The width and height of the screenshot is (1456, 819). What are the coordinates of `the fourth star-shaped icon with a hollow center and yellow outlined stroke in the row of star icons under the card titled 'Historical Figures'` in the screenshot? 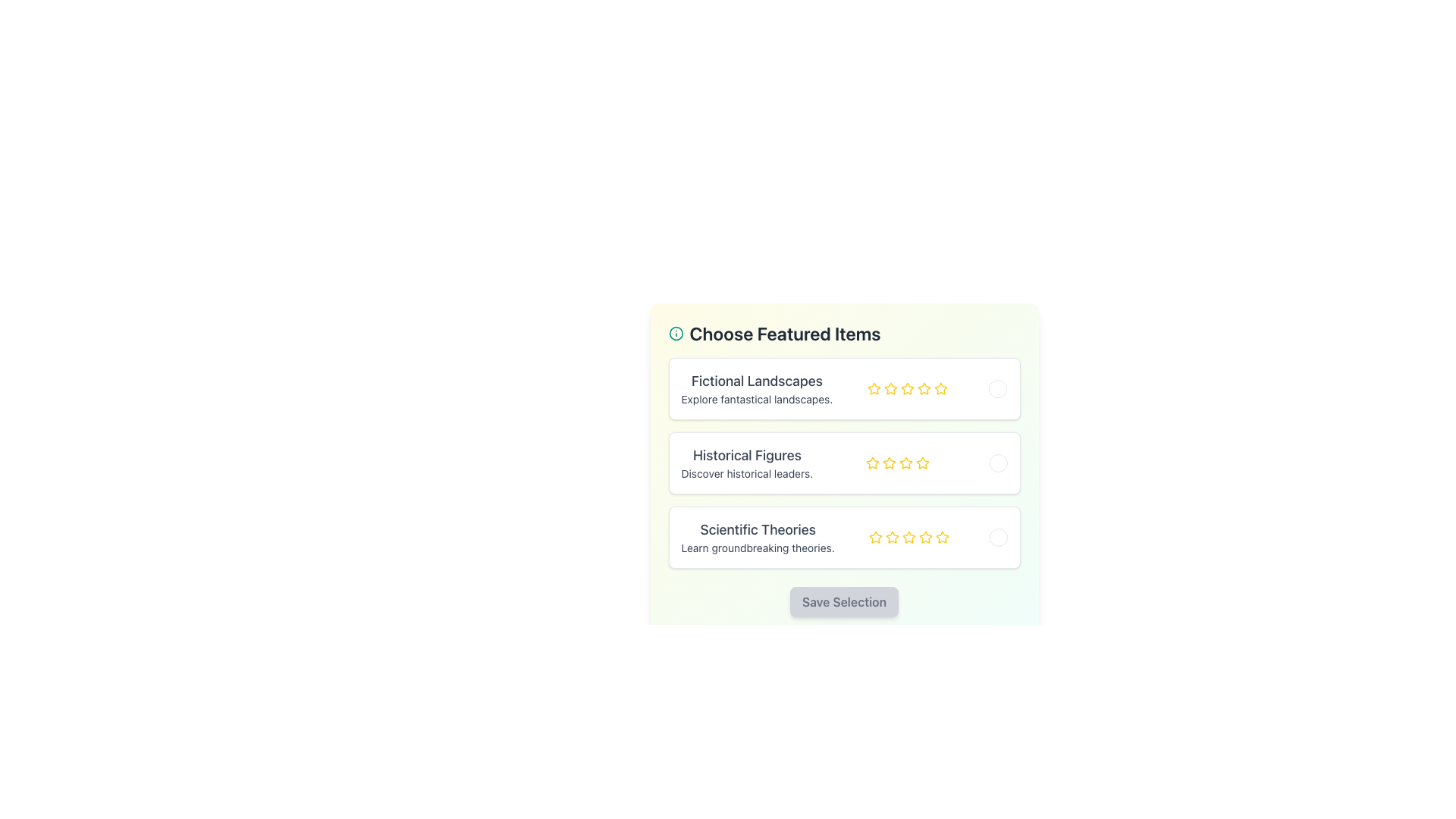 It's located at (906, 462).